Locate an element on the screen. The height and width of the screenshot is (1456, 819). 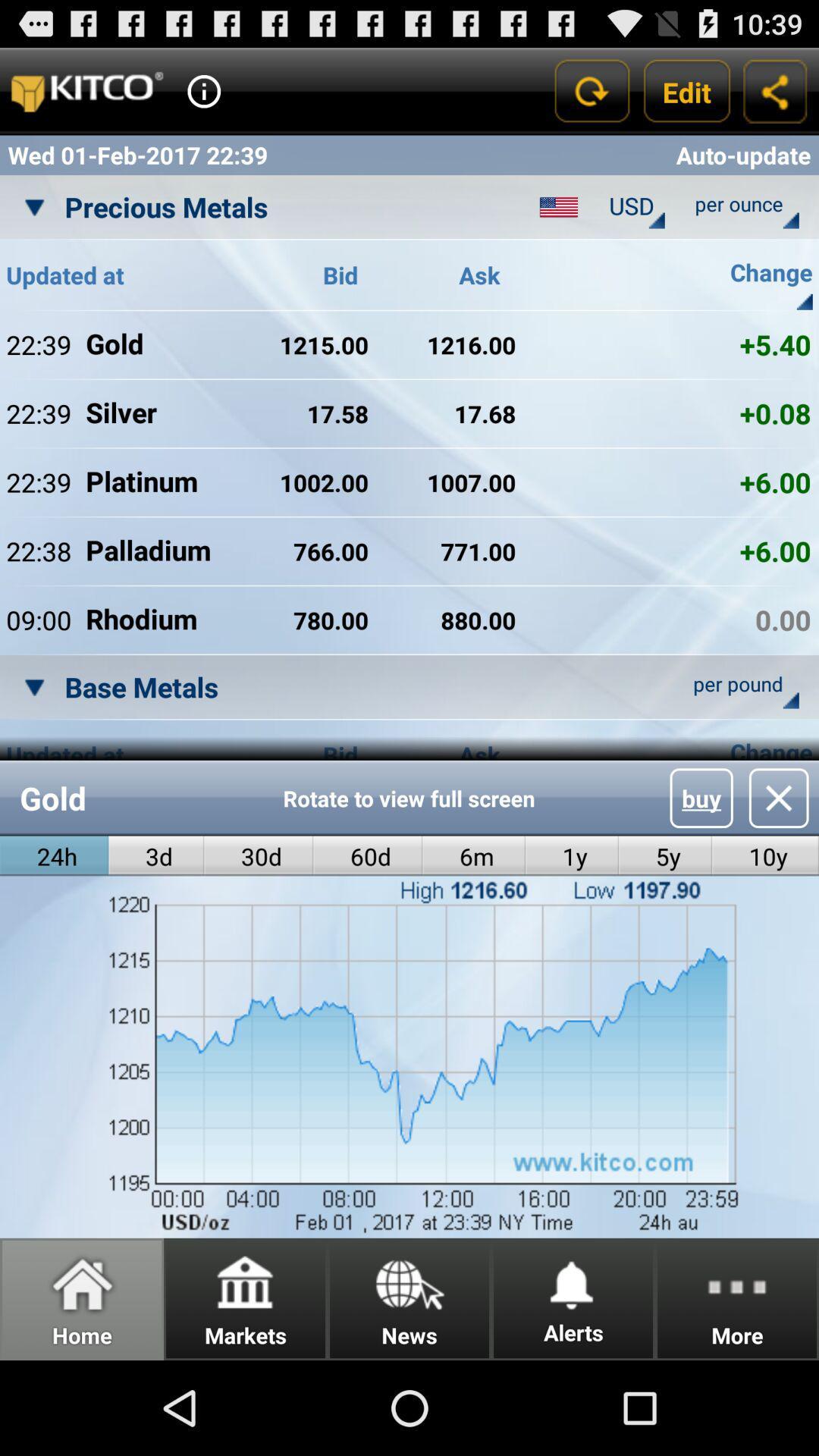
share this page is located at coordinates (775, 90).